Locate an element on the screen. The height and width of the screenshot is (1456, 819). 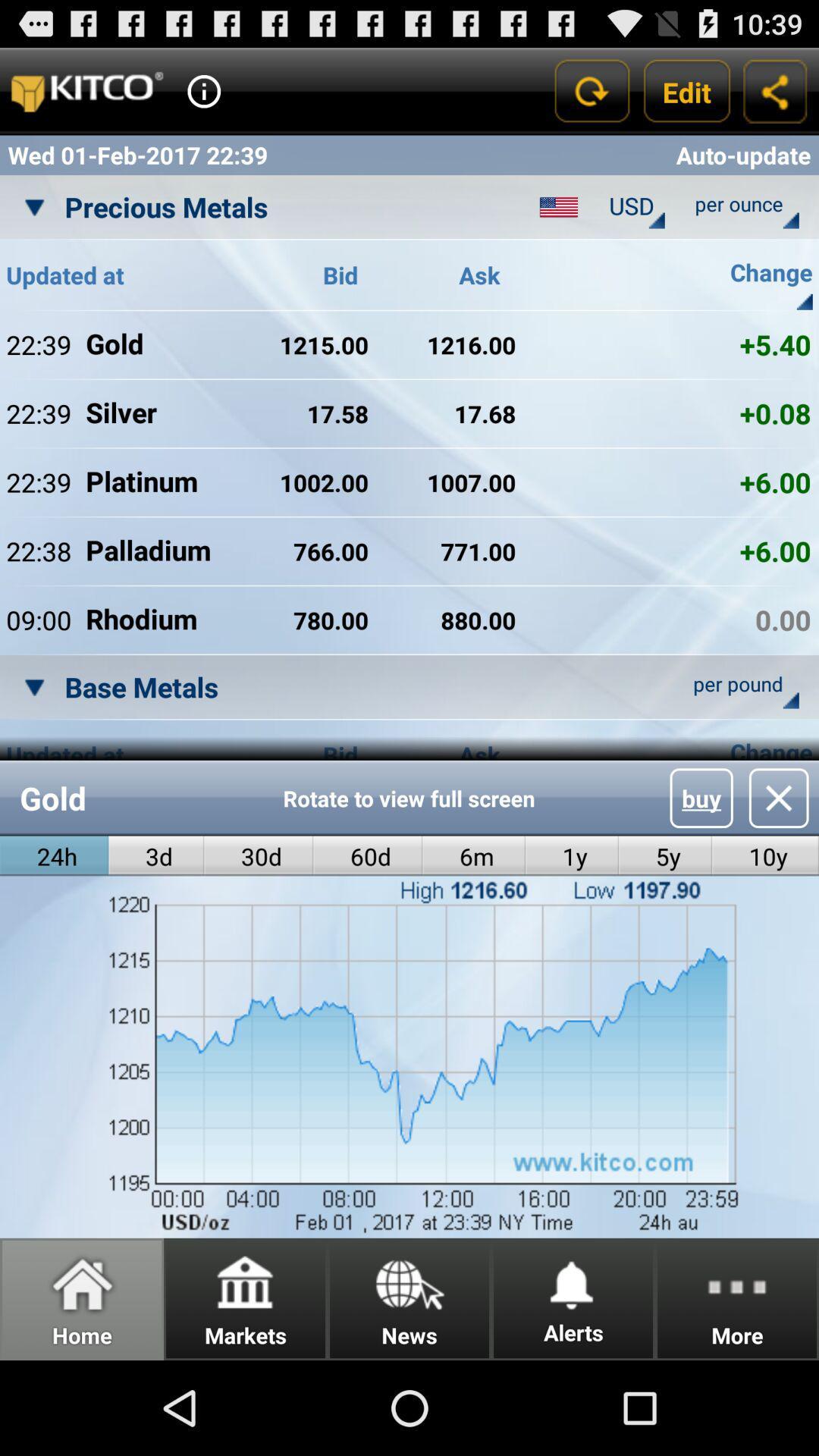
share this page is located at coordinates (775, 90).